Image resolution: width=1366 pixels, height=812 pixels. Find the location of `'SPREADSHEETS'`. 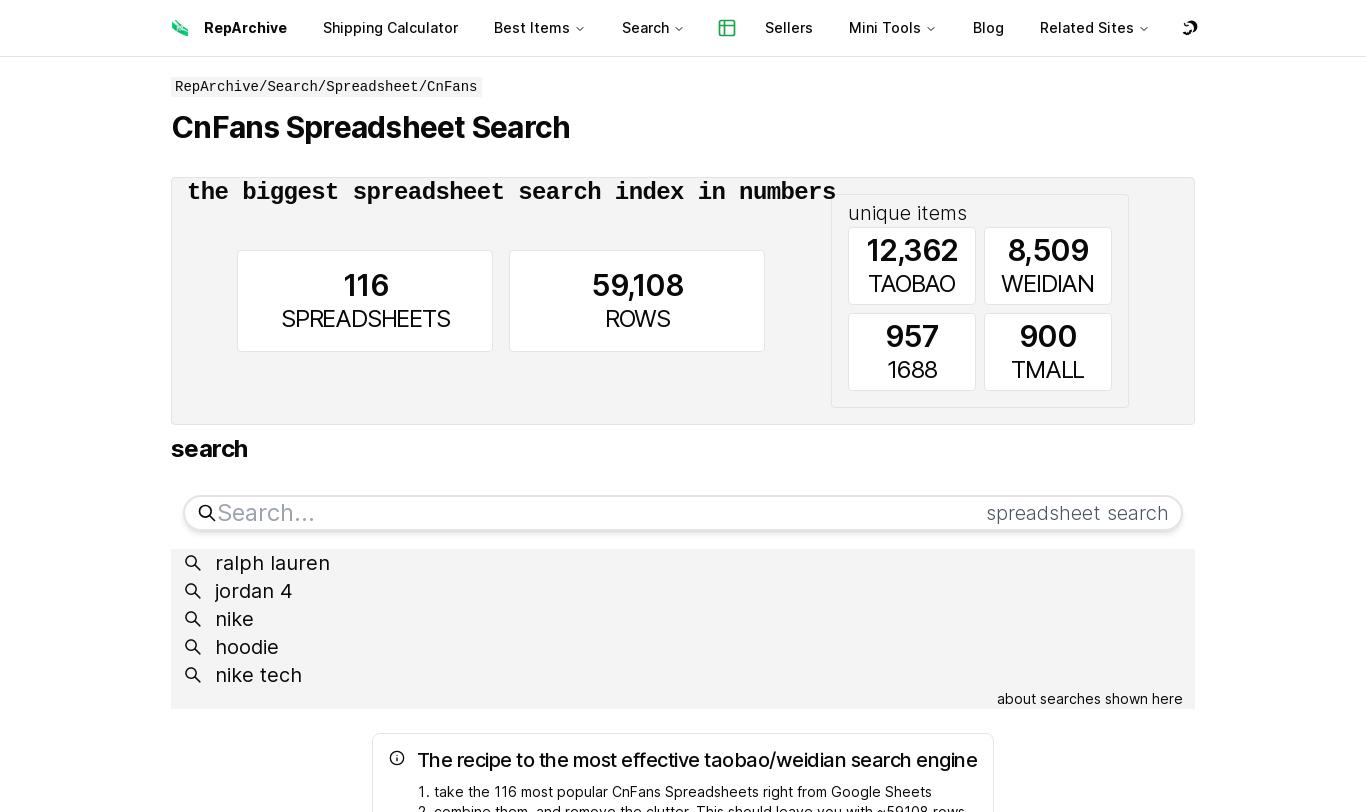

'SPREADSHEETS' is located at coordinates (363, 318).